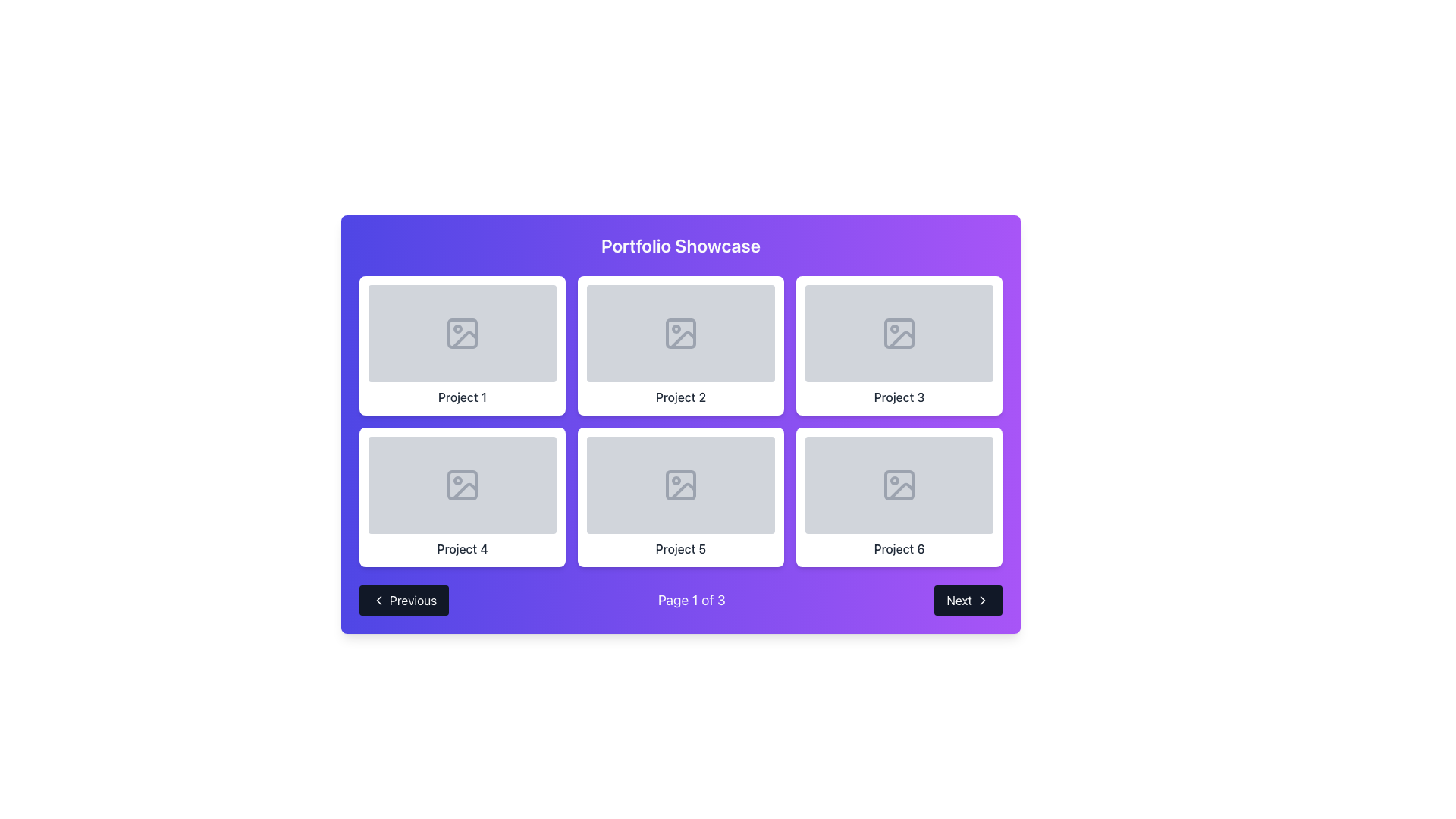 The height and width of the screenshot is (819, 1456). I want to click on the fourth card in the grid with a white background and rounded corners, so click(461, 497).